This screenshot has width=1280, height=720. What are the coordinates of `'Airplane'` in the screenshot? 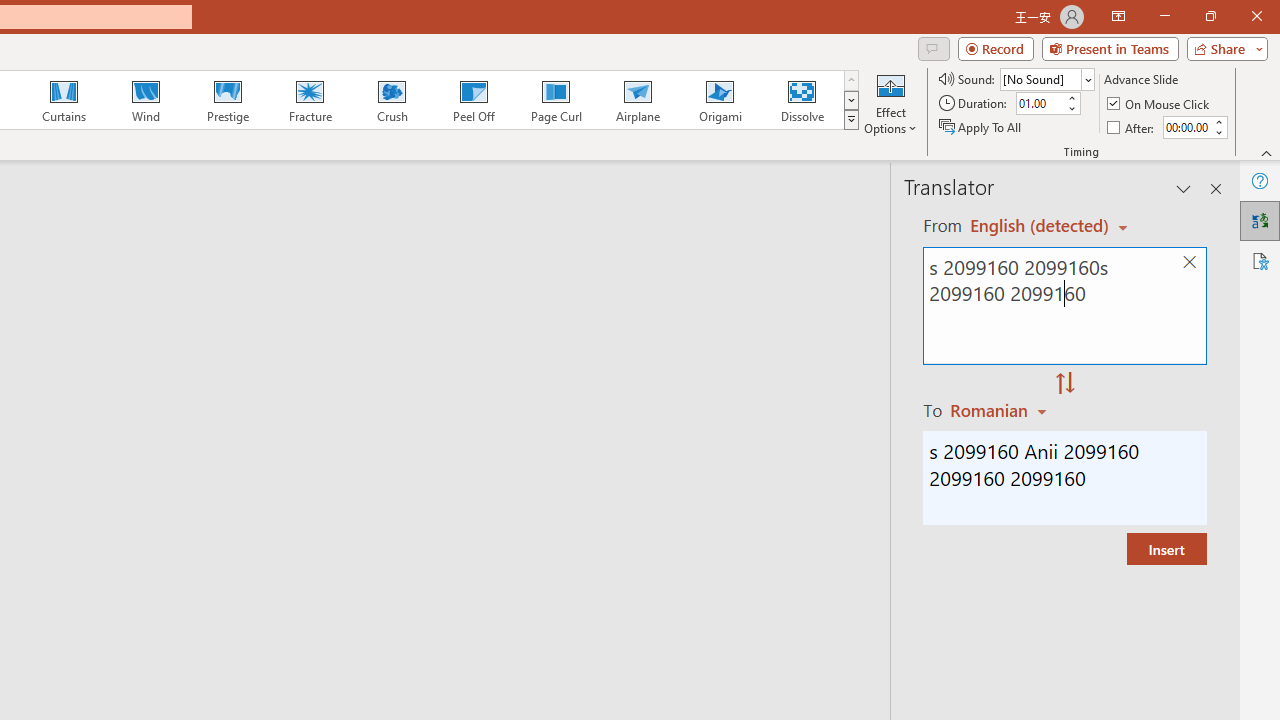 It's located at (636, 100).